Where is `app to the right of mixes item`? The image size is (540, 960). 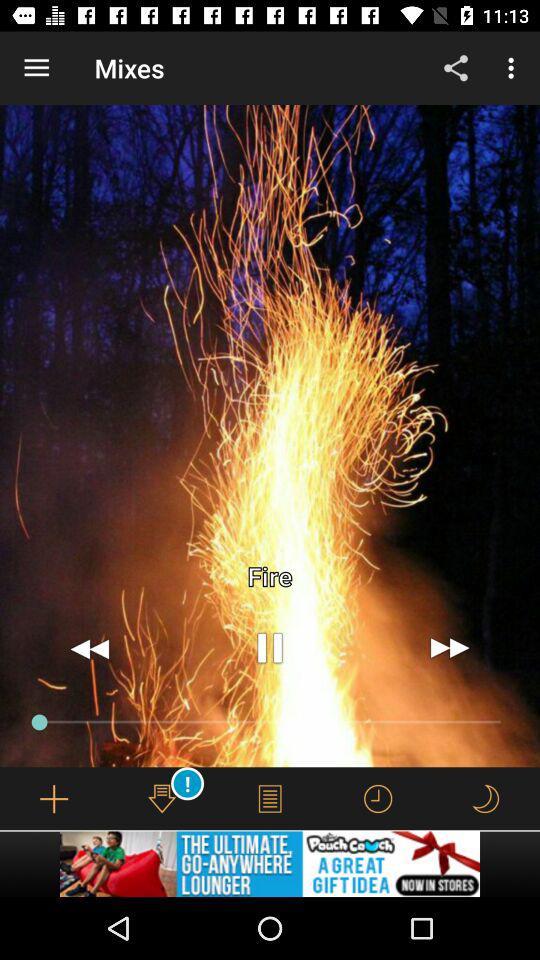 app to the right of mixes item is located at coordinates (455, 68).